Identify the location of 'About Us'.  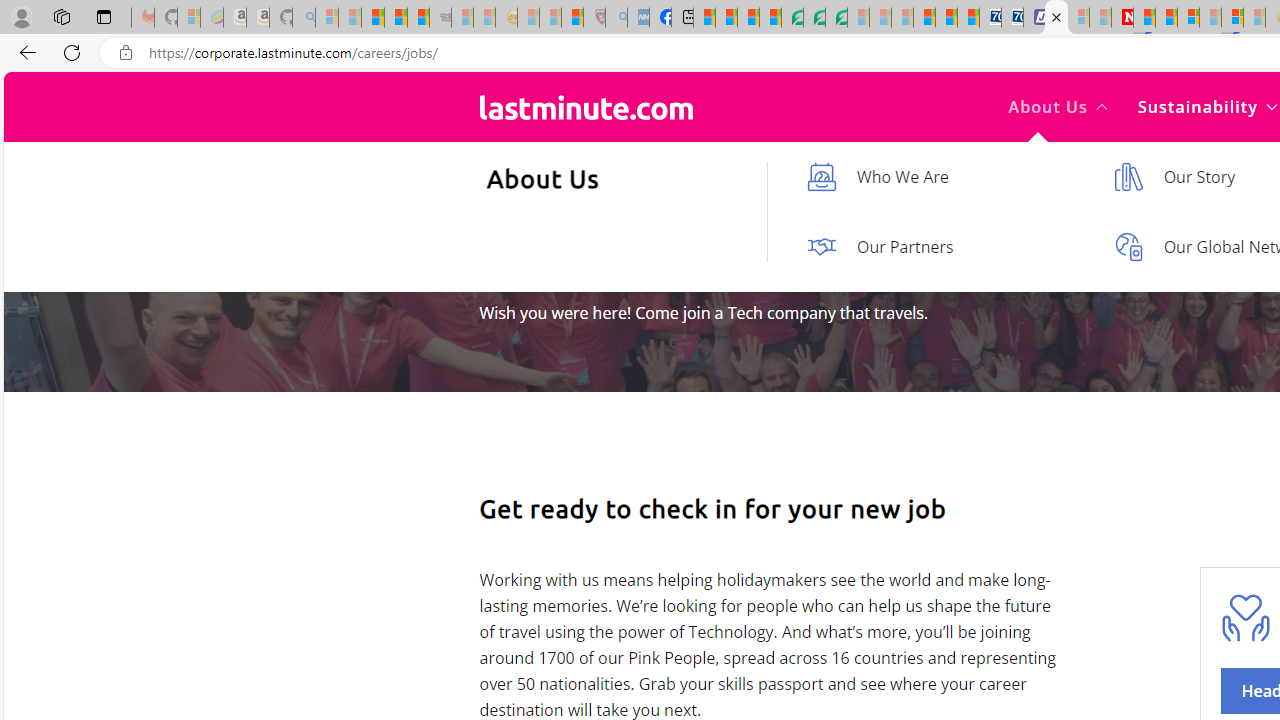
(1057, 106).